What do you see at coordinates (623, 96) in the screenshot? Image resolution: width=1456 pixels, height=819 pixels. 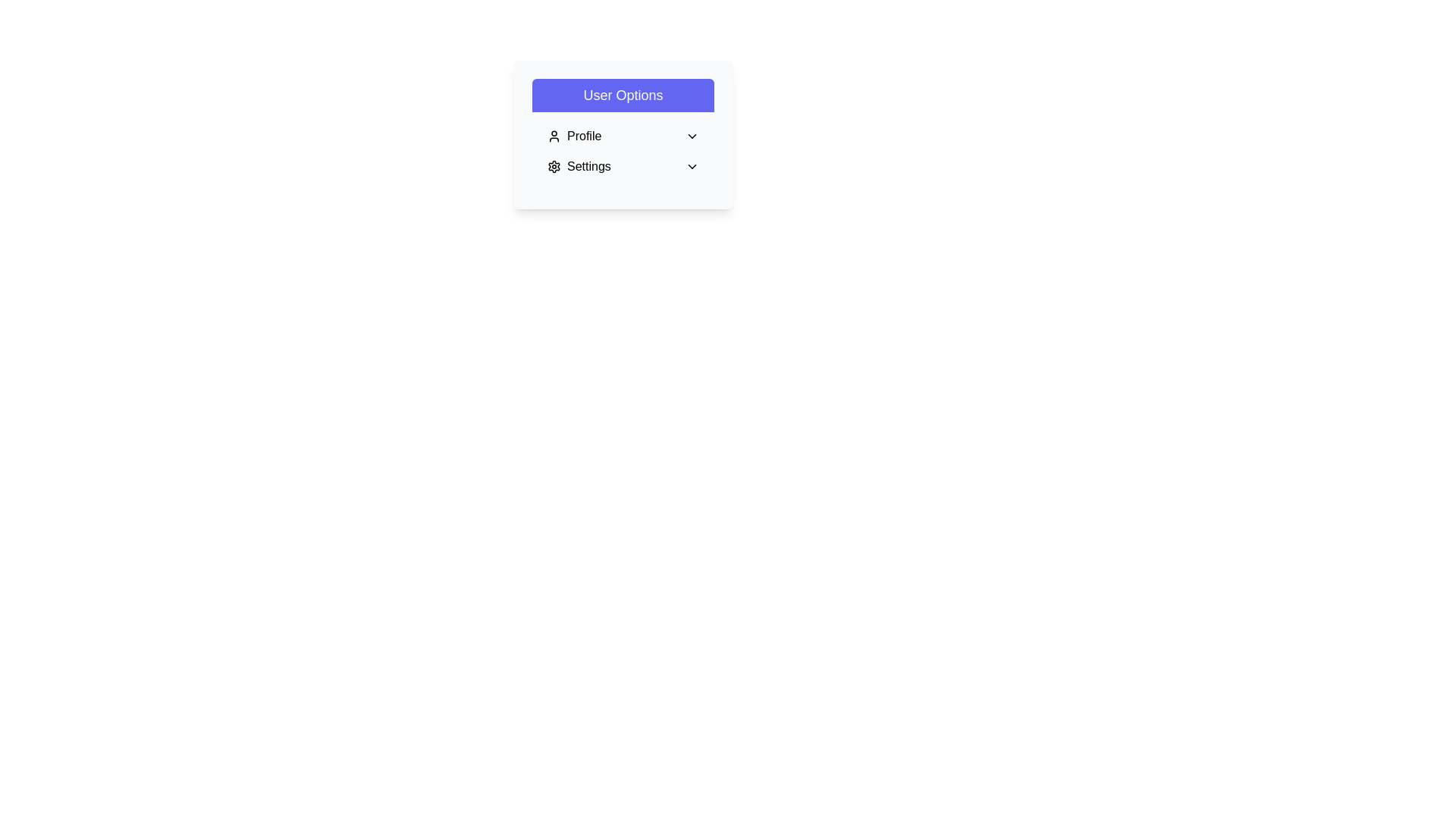 I see `the 'User Options' button located at the top of the card-like structure with a blue background and white text` at bounding box center [623, 96].